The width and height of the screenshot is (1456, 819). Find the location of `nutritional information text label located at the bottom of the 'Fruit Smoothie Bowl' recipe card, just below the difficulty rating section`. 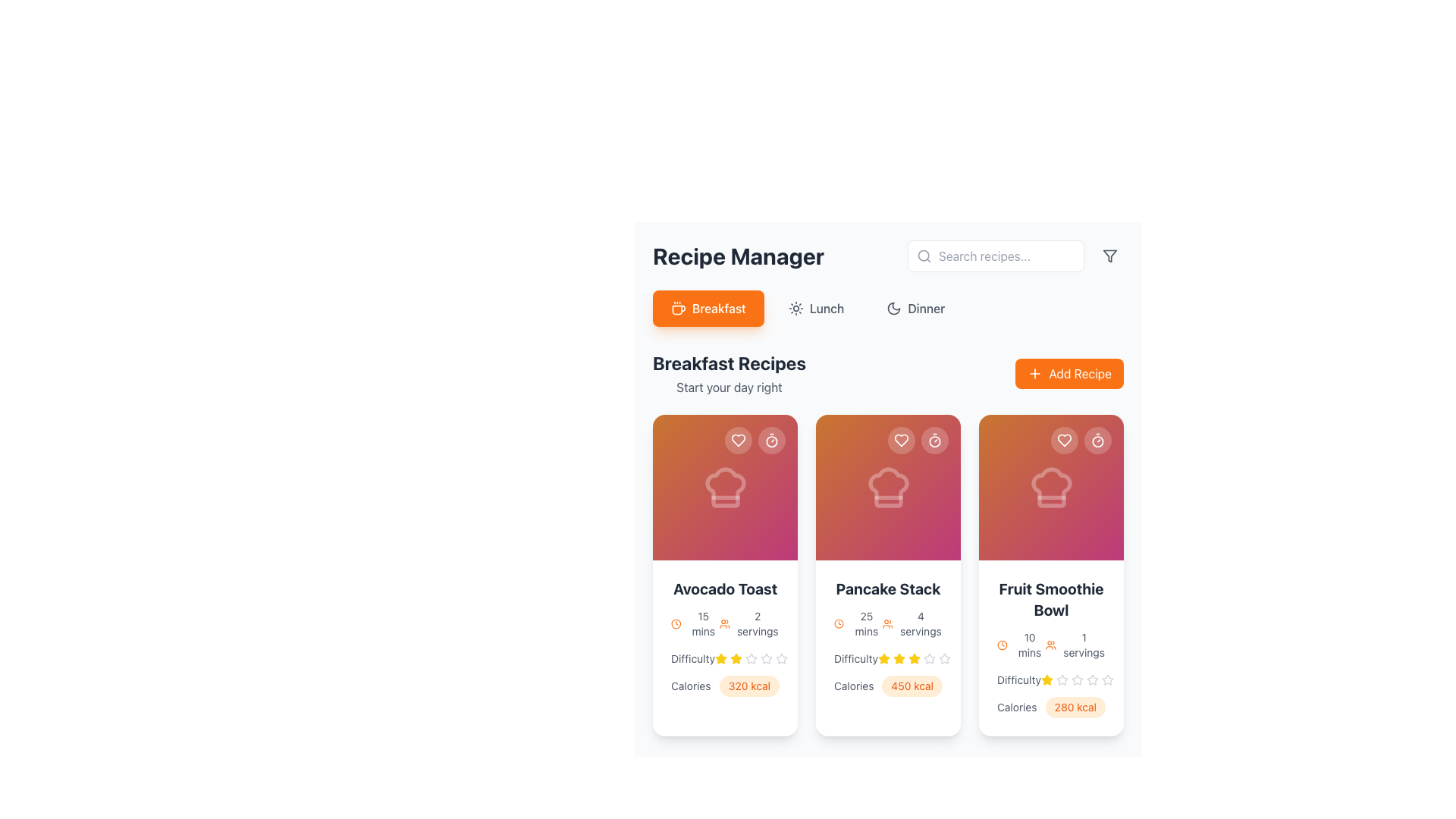

nutritional information text label located at the bottom of the 'Fruit Smoothie Bowl' recipe card, just below the difficulty rating section is located at coordinates (1050, 708).